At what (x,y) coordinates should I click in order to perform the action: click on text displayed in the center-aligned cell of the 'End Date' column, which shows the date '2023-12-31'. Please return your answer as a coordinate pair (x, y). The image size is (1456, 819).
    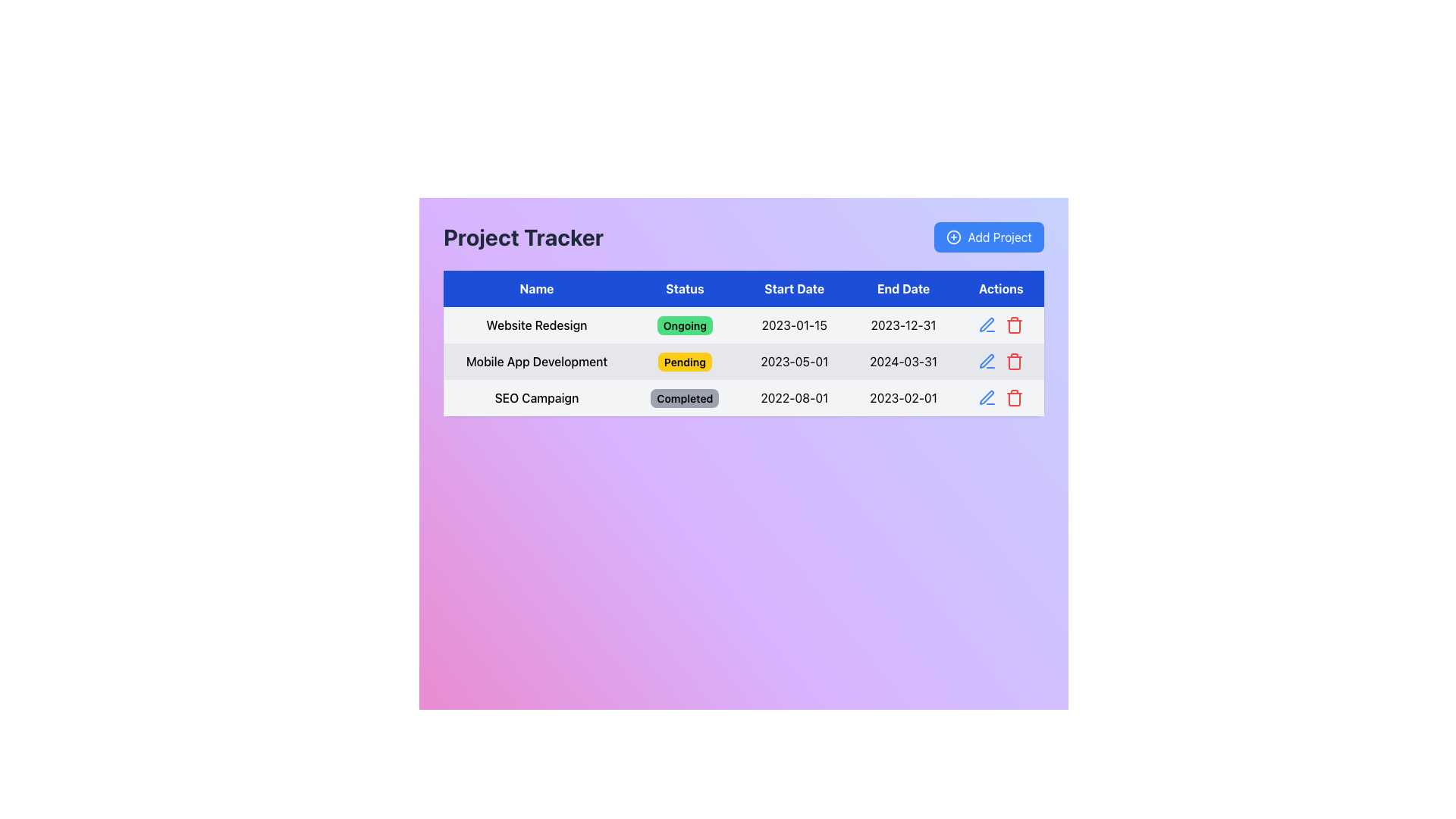
    Looking at the image, I should click on (903, 324).